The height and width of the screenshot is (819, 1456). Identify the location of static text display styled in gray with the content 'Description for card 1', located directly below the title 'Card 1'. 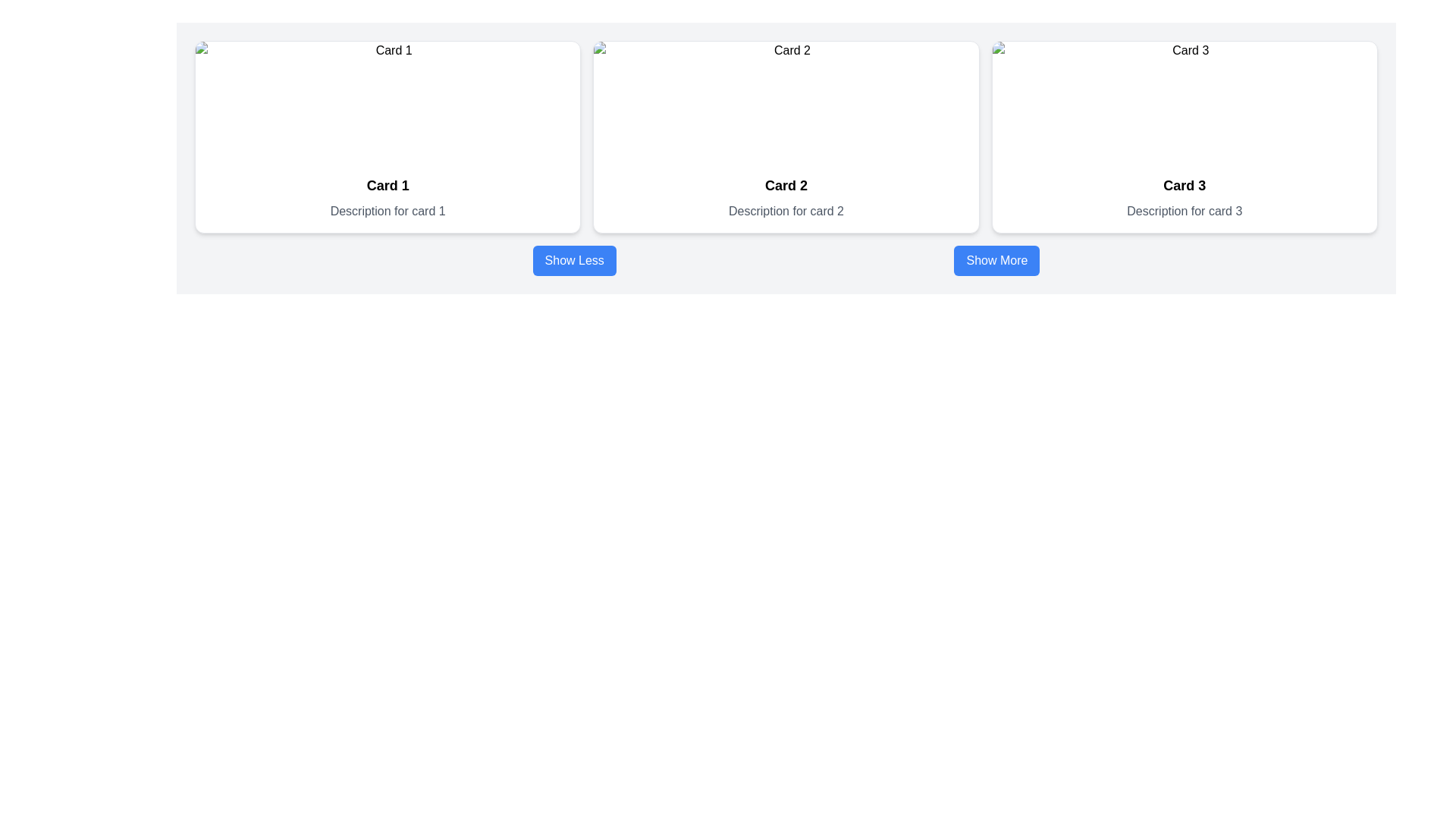
(388, 211).